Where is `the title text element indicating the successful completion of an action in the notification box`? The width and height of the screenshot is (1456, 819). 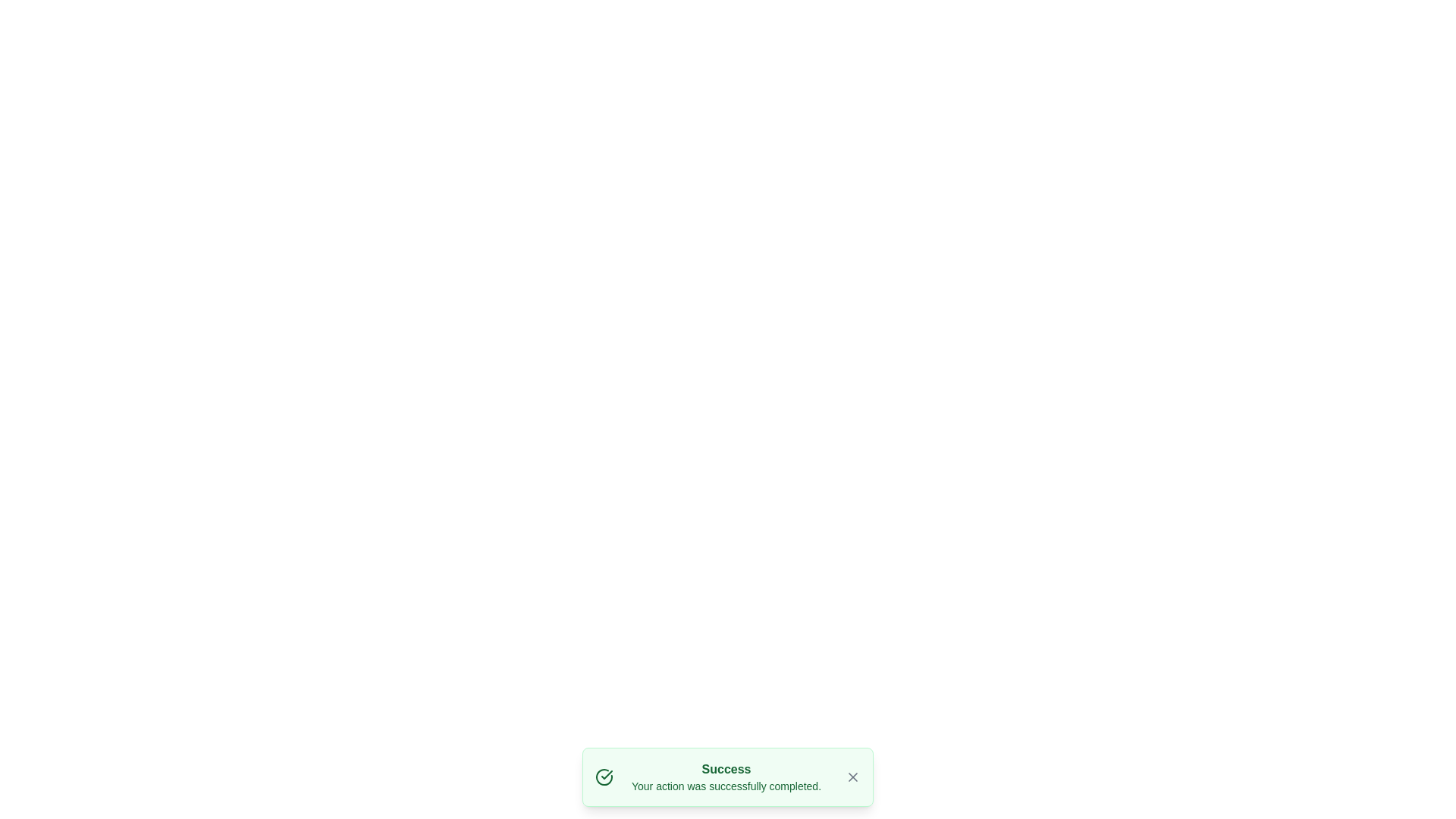 the title text element indicating the successful completion of an action in the notification box is located at coordinates (726, 769).